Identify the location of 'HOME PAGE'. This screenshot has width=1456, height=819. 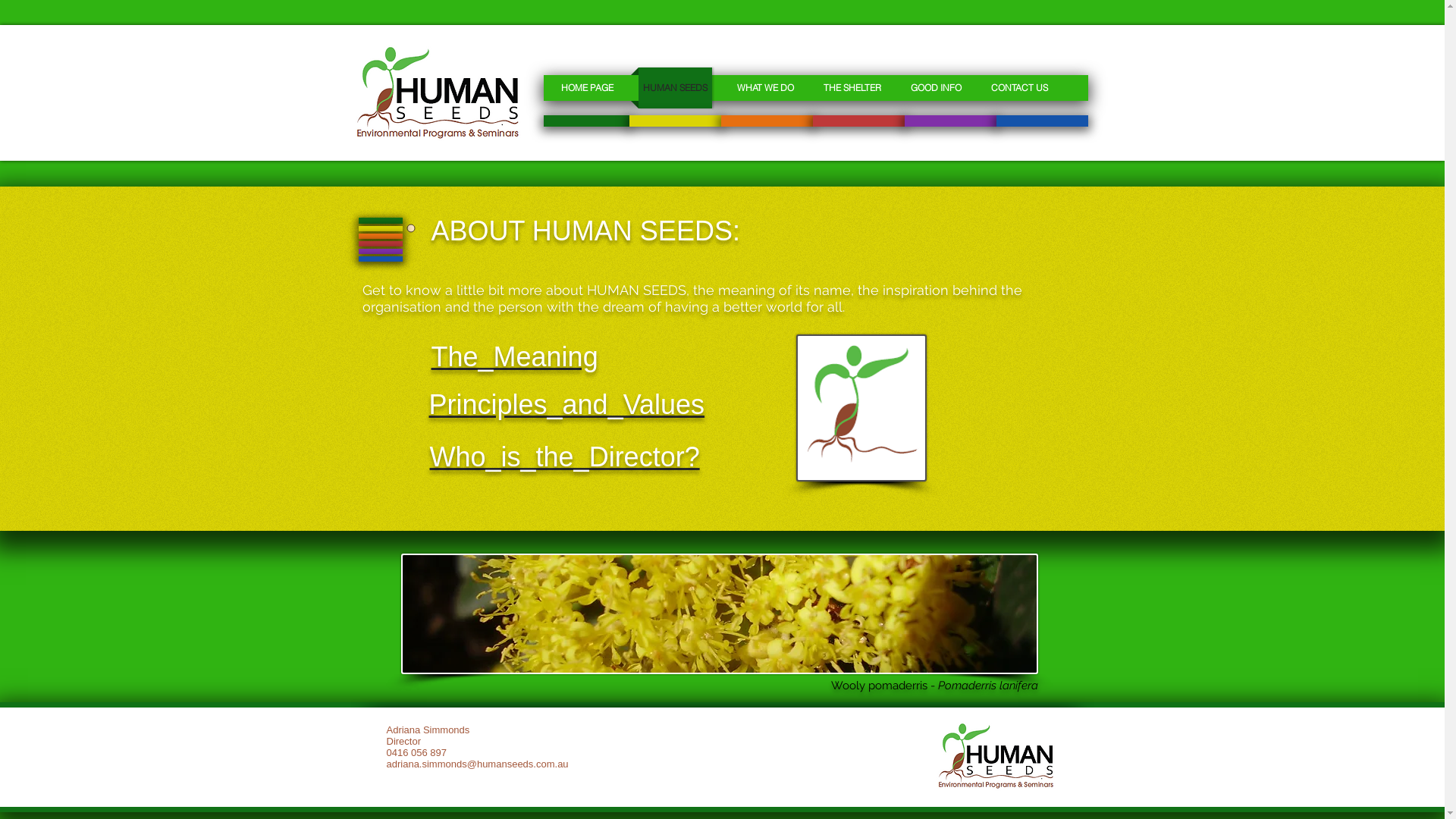
(586, 87).